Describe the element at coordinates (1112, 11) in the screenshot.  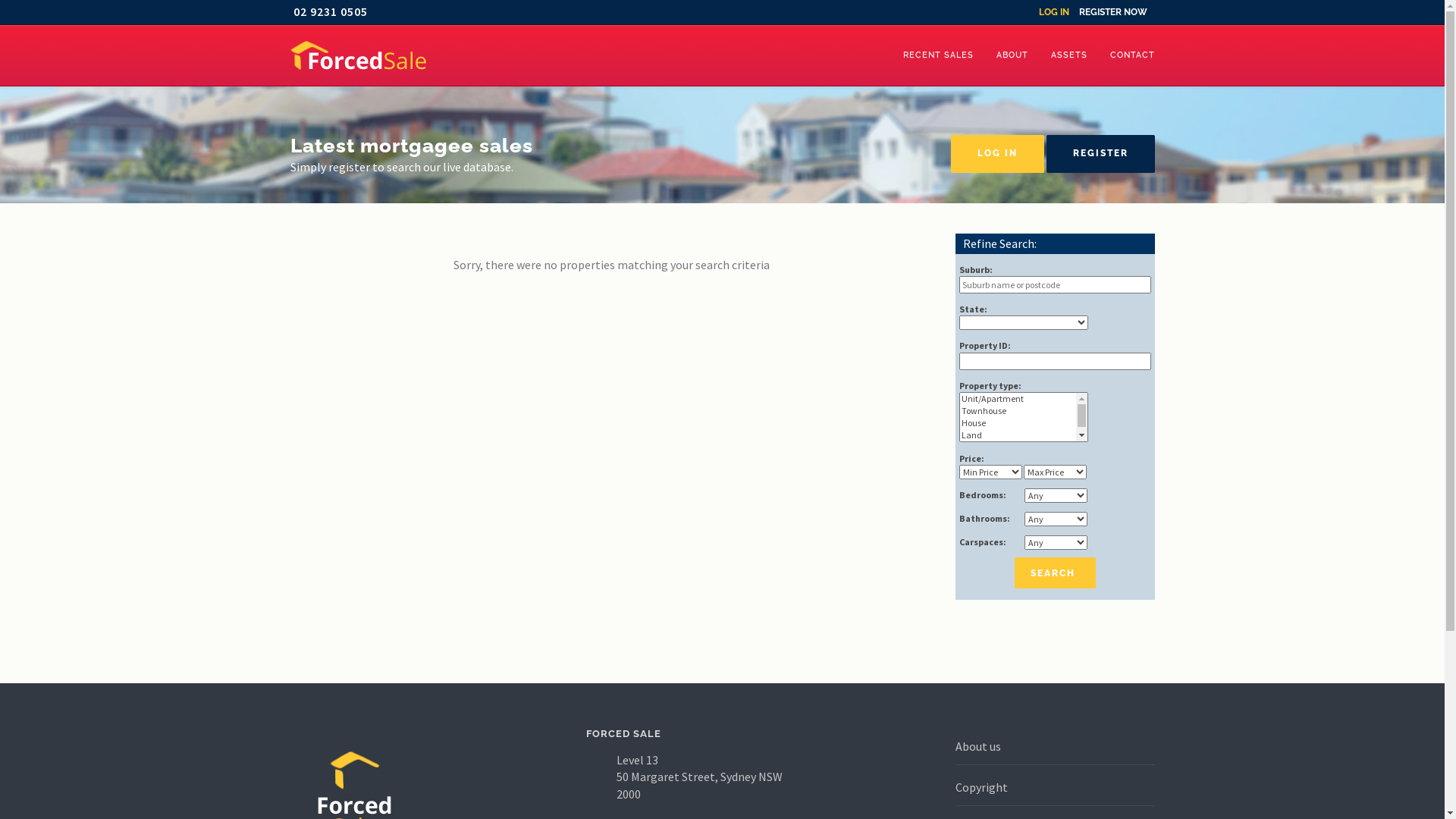
I see `'REGISTER NOW'` at that location.